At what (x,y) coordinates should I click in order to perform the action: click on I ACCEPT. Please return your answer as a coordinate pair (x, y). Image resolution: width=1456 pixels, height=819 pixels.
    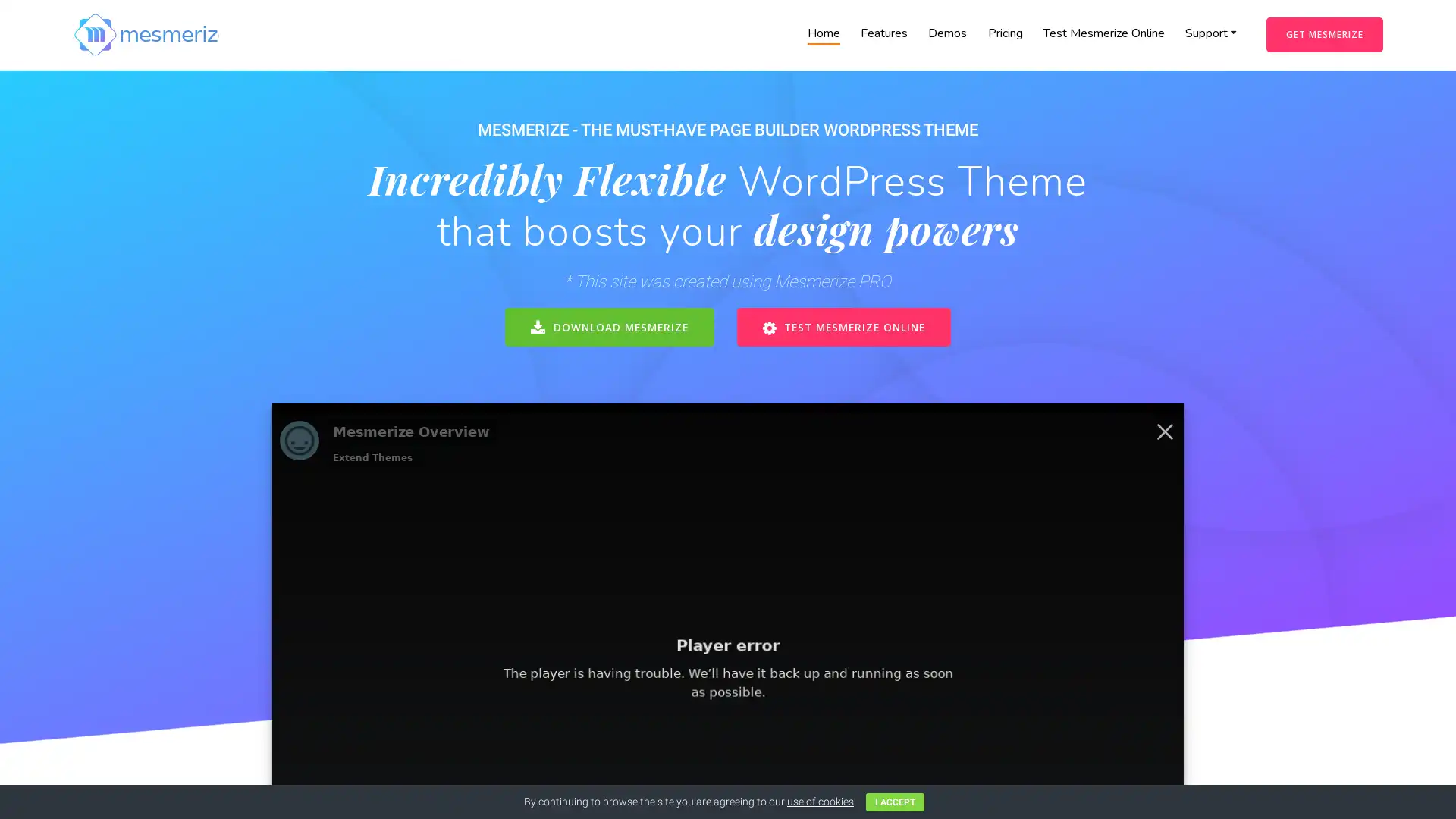
    Looking at the image, I should click on (895, 801).